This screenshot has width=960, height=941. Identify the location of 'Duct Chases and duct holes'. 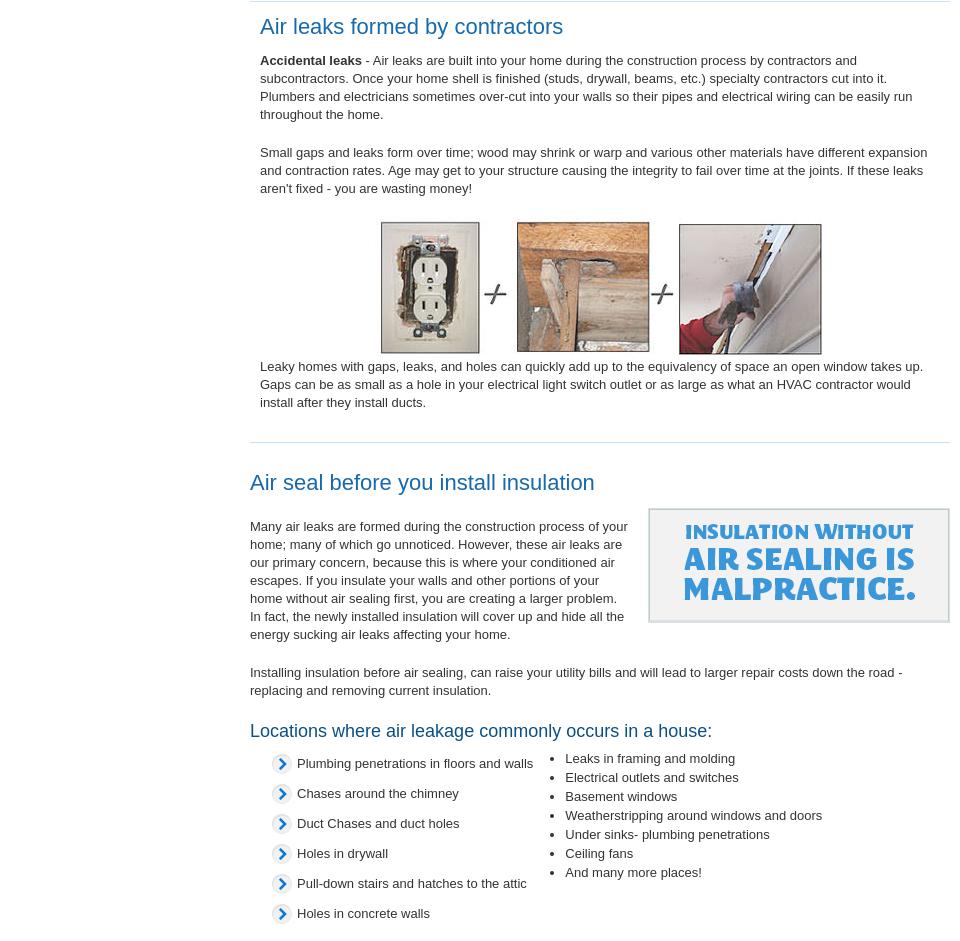
(377, 822).